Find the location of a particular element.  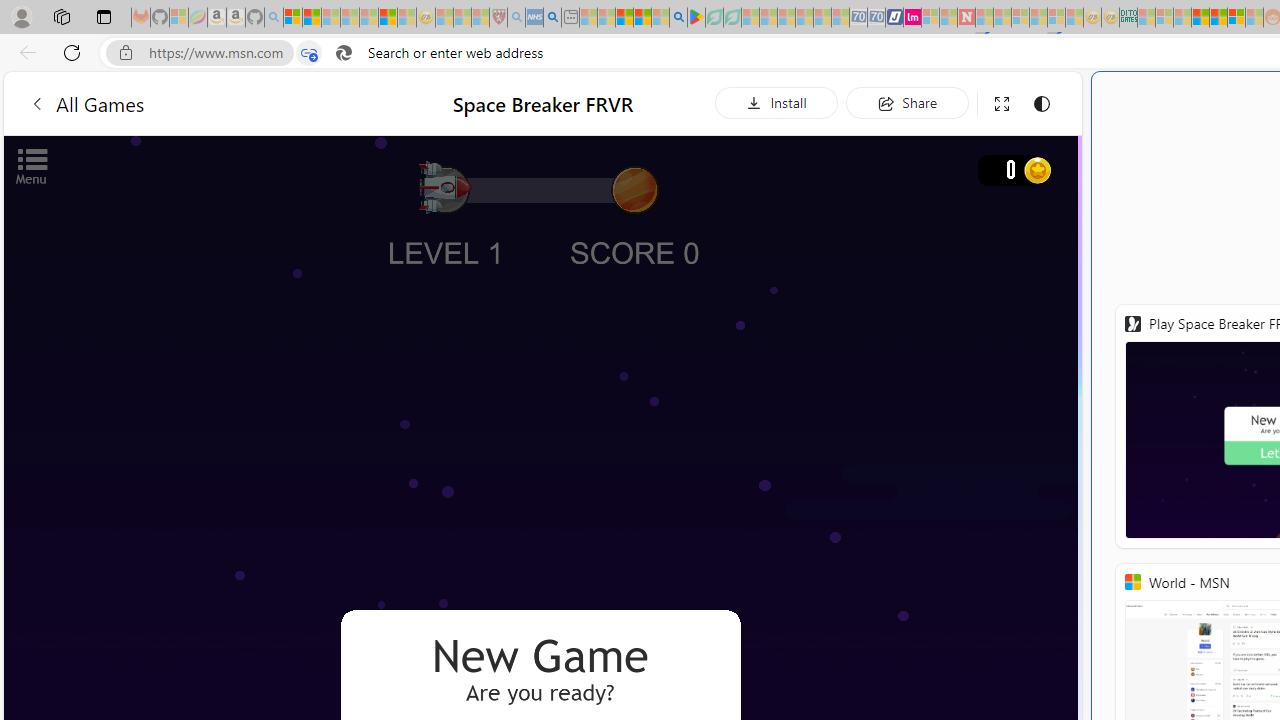

'Jobs - lastminute.com Investor Portal' is located at coordinates (911, 17).